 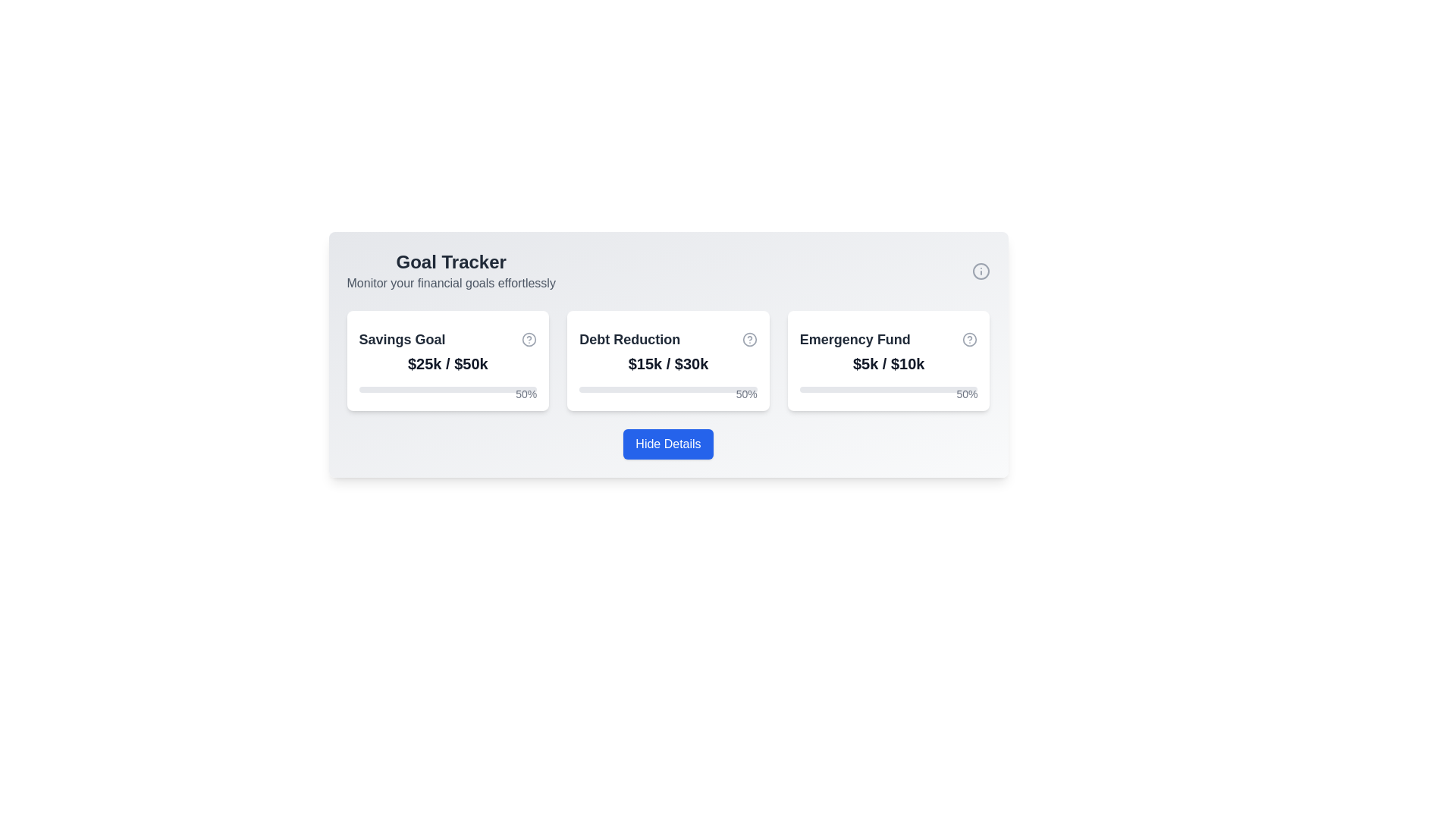 I want to click on the static text element displaying '50%' located in the top-right corner of the 'Debt Reduction' card, near the progress bar, so click(x=746, y=394).